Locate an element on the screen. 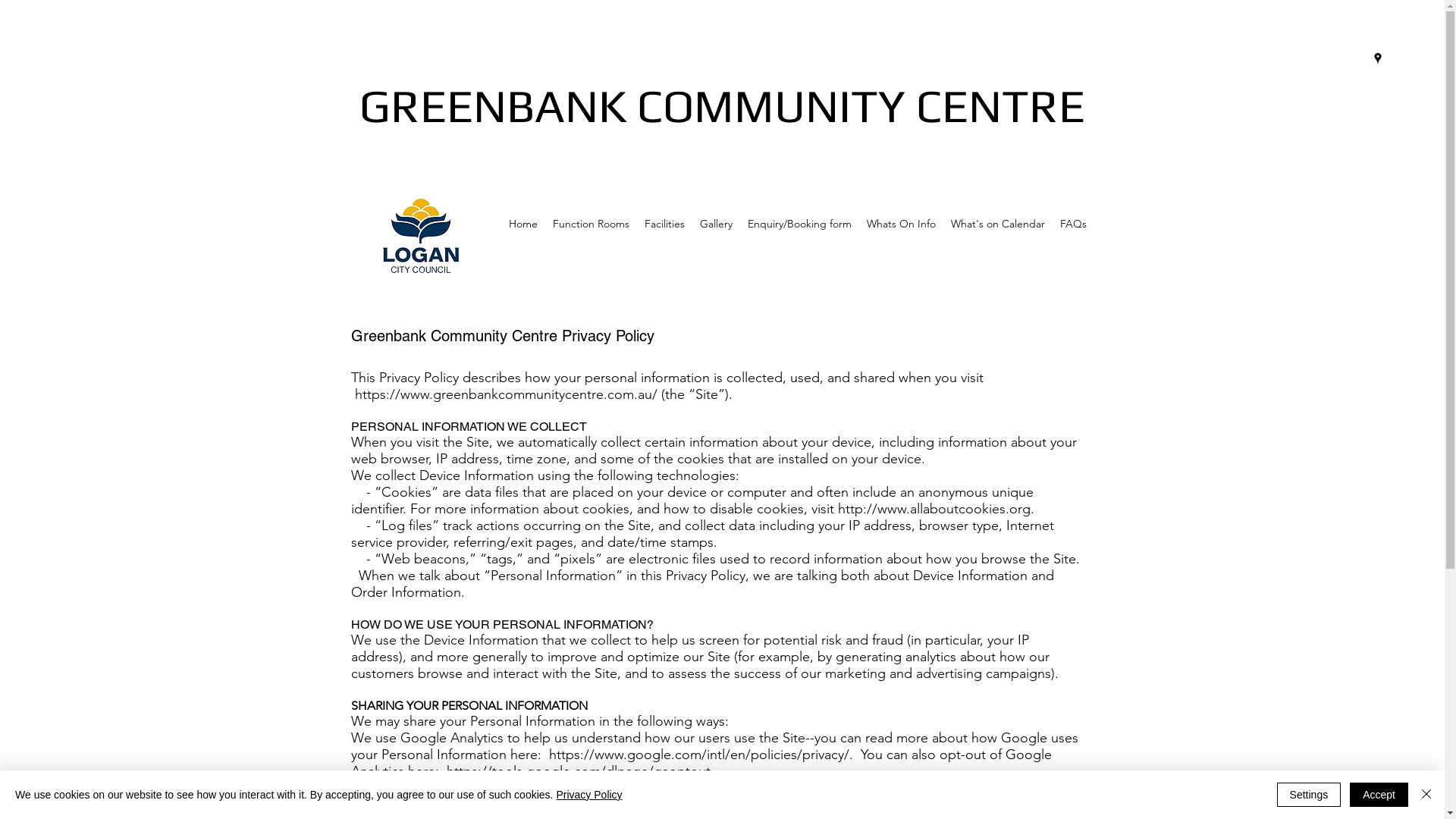  'FAQs' is located at coordinates (1051, 223).